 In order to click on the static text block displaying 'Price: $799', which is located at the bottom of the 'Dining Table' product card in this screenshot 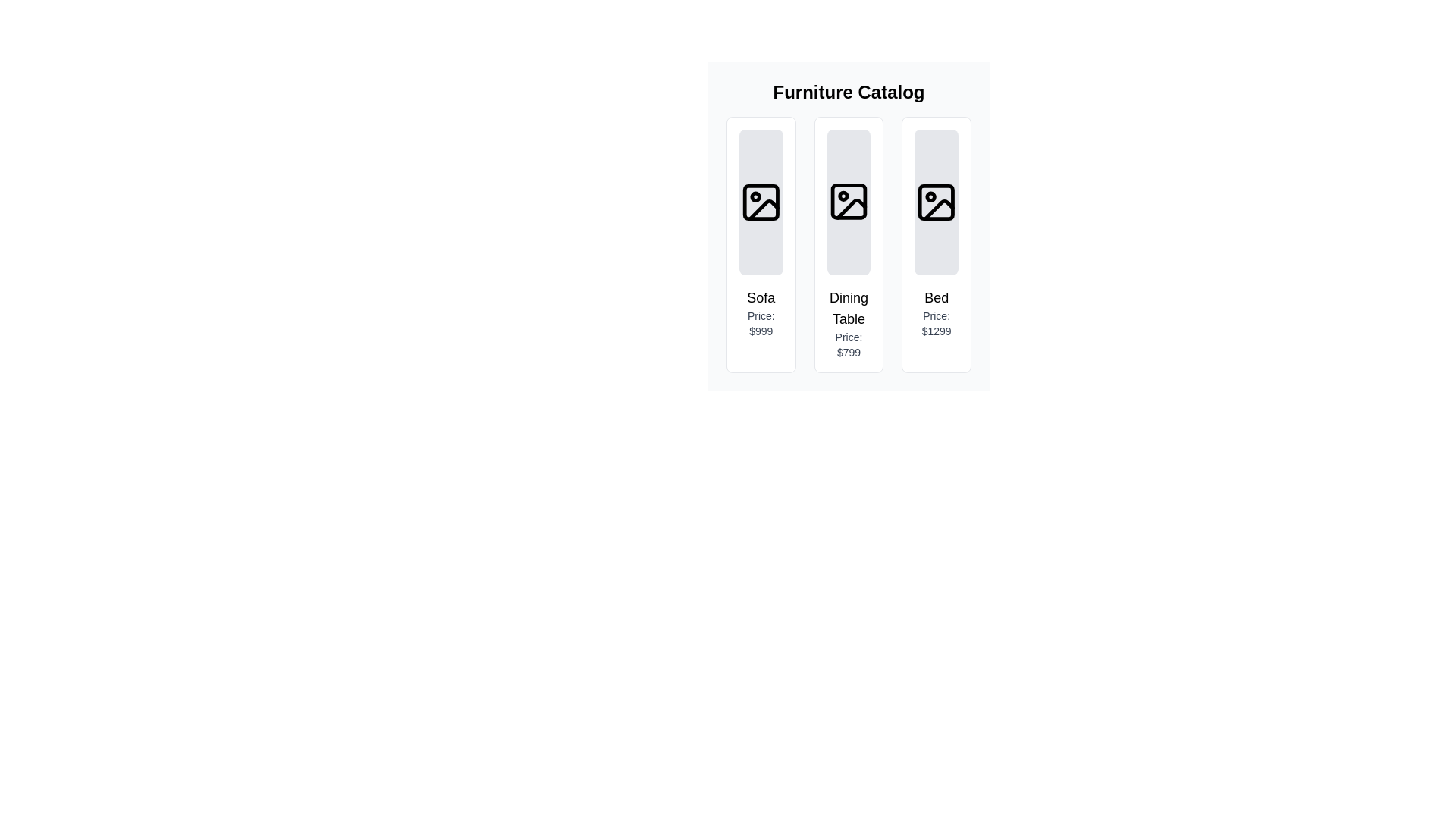, I will do `click(848, 345)`.